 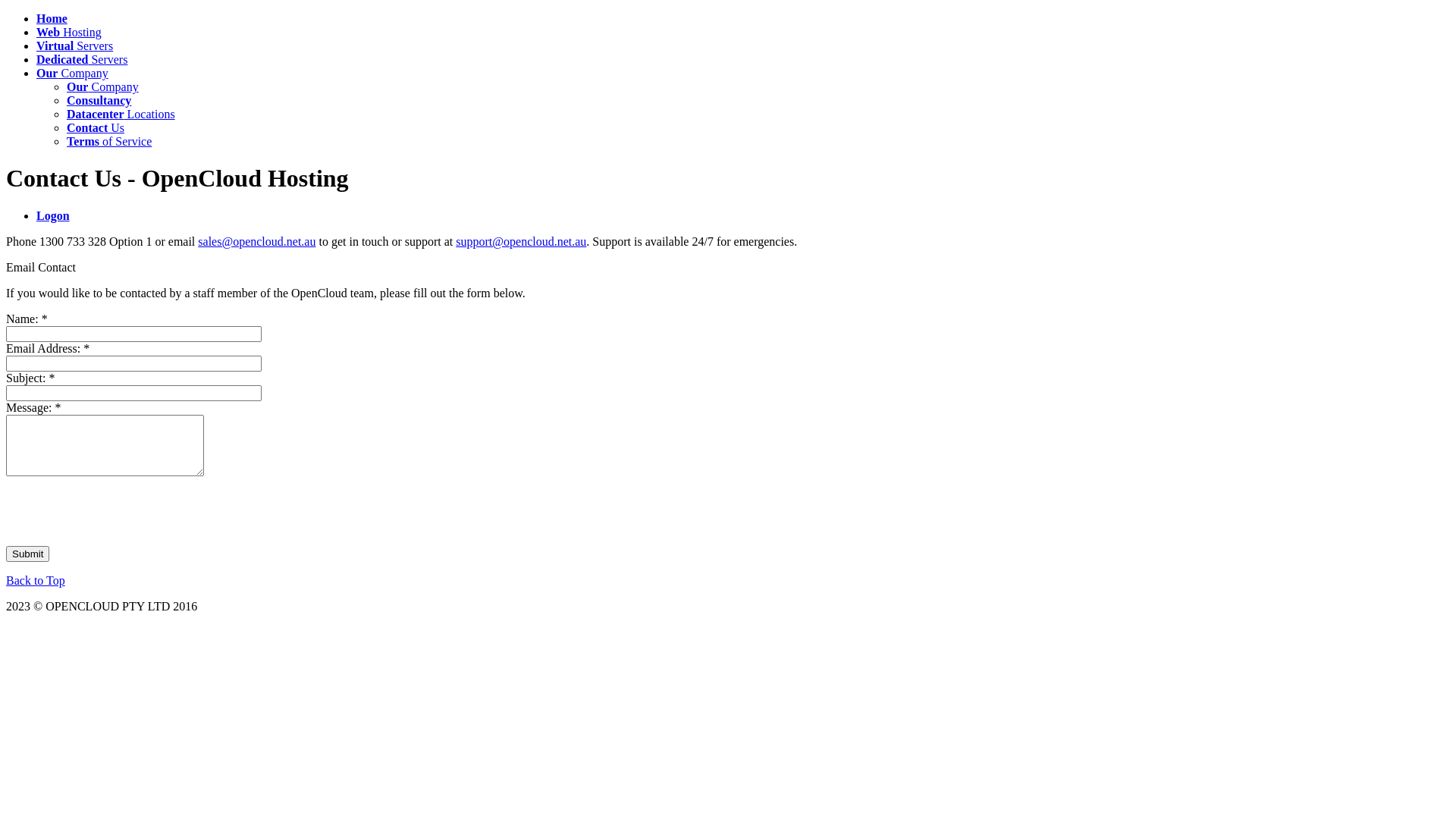 What do you see at coordinates (27, 554) in the screenshot?
I see `'Submit'` at bounding box center [27, 554].